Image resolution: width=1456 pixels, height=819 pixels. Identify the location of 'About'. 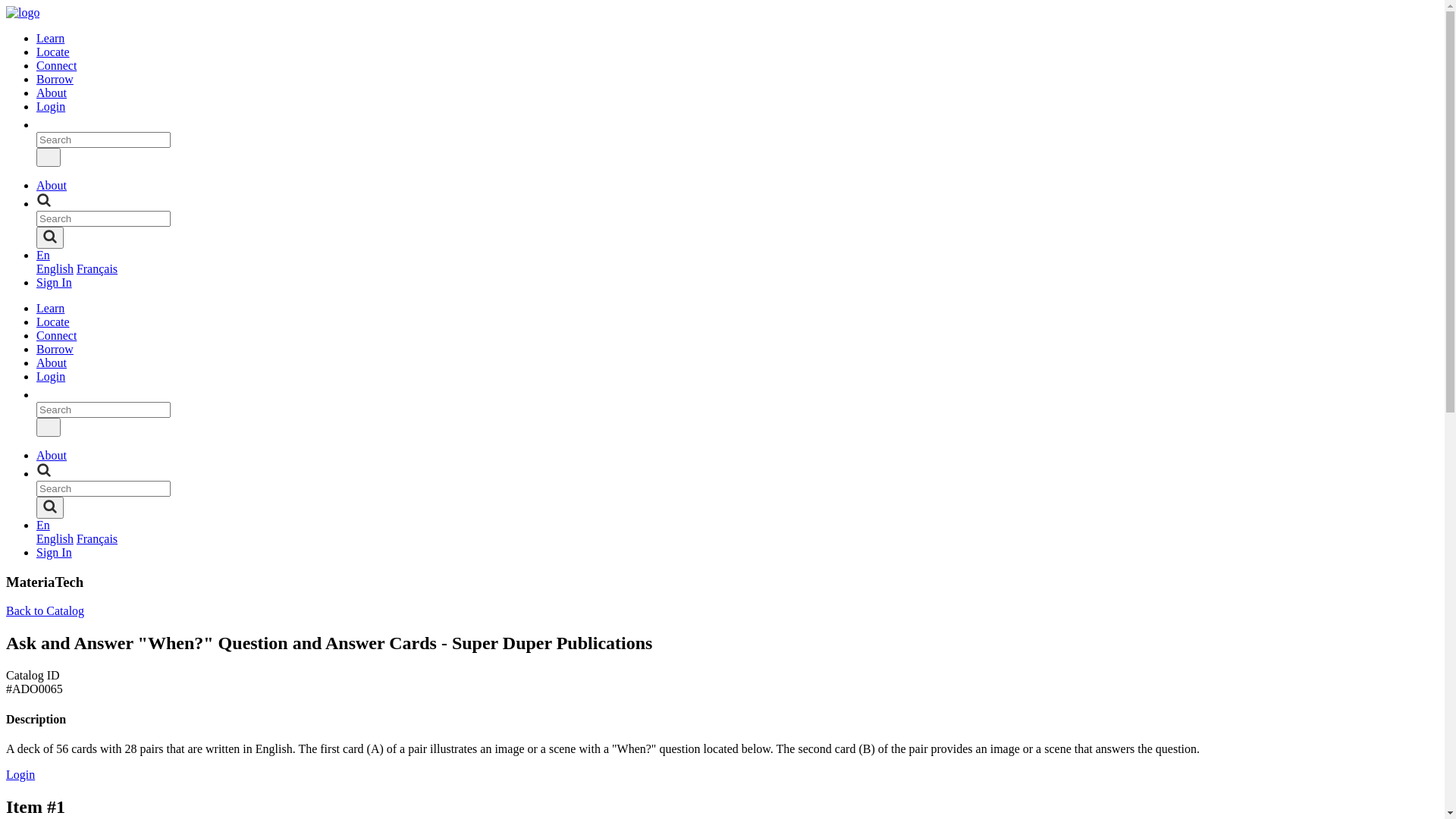
(51, 362).